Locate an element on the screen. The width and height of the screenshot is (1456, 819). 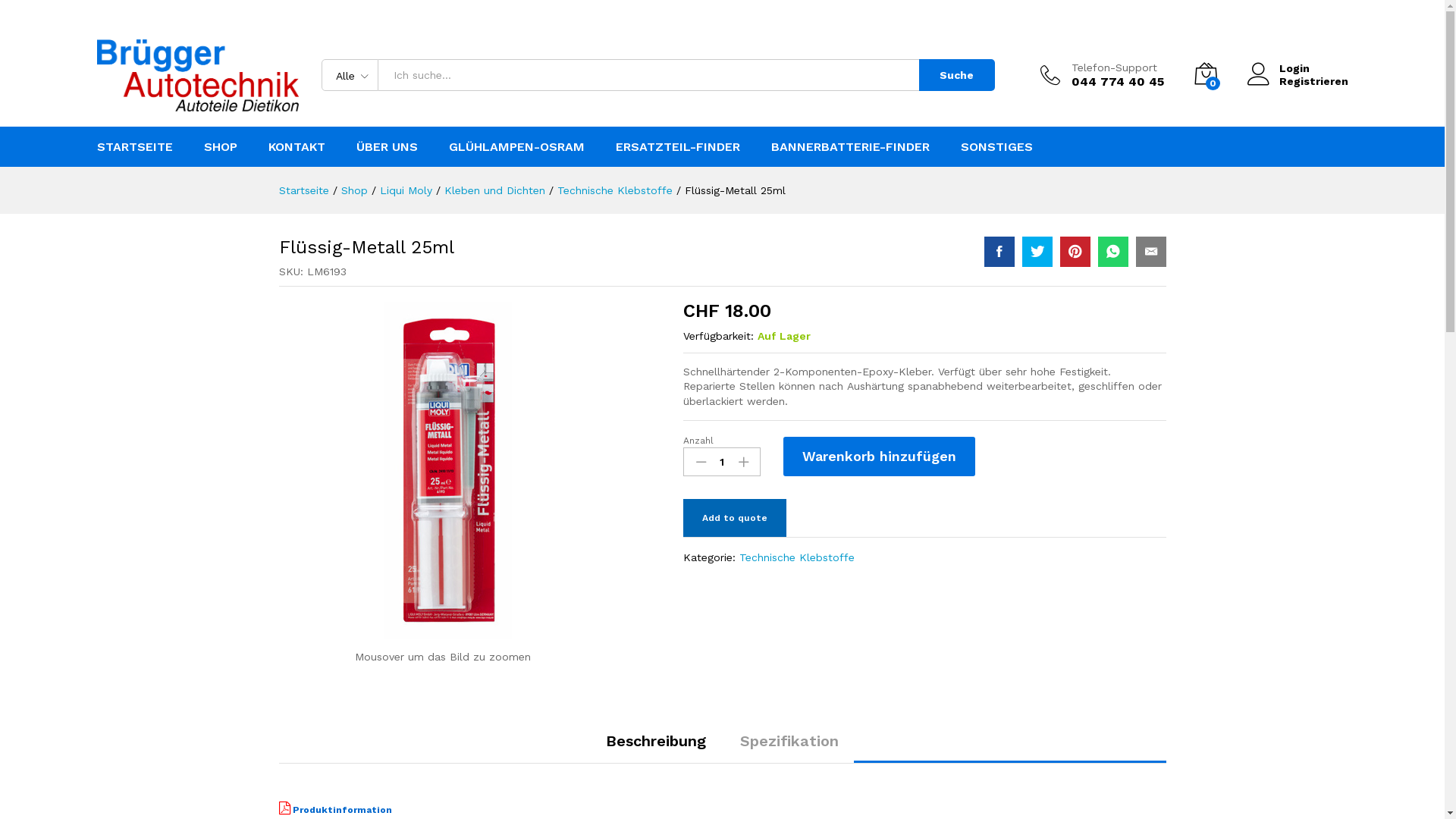
'SHOP' is located at coordinates (218, 146).